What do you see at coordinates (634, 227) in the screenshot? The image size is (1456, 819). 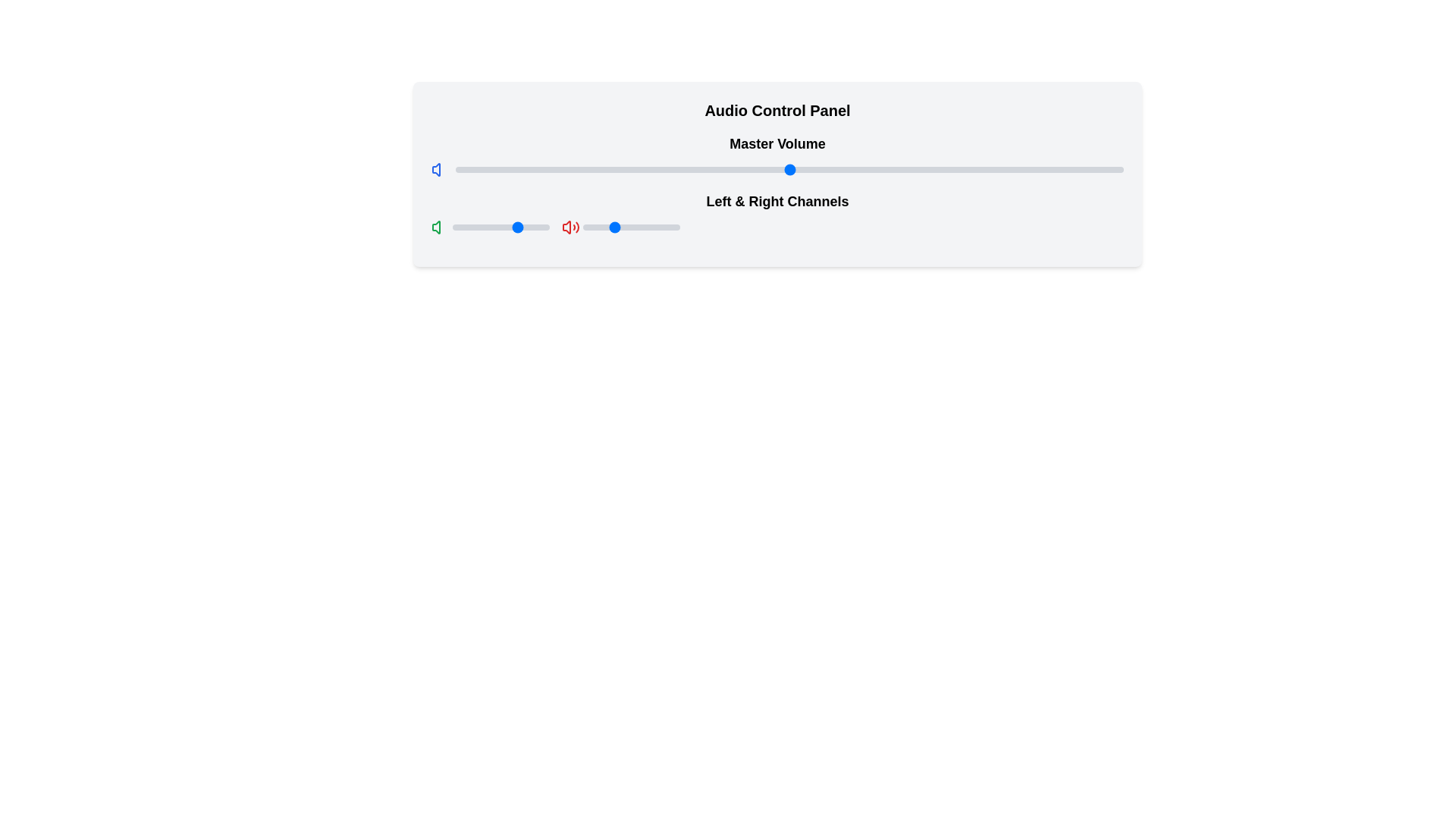 I see `the balance of left and right audio channels` at bounding box center [634, 227].